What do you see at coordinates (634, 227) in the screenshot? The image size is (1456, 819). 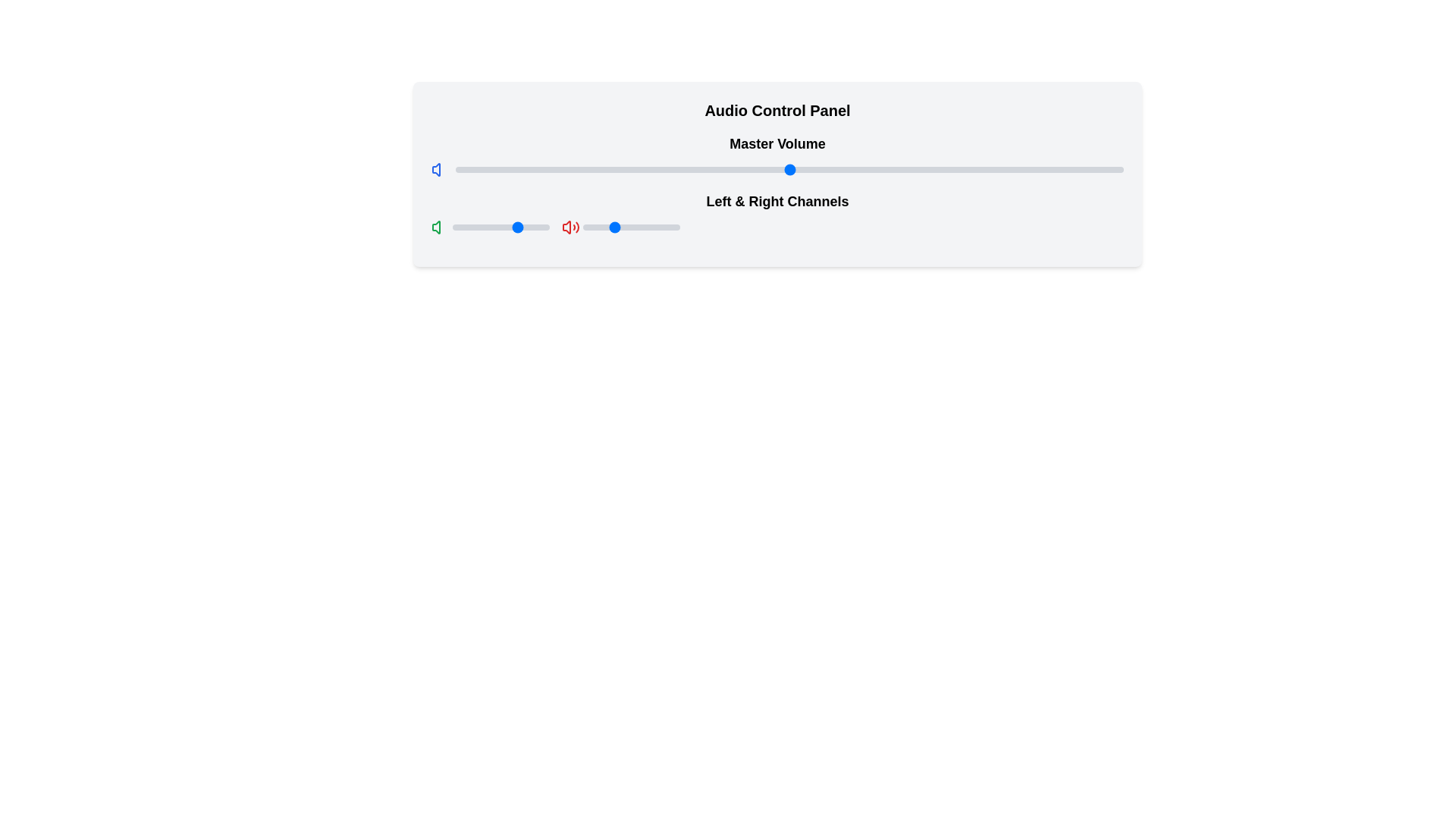 I see `the balance of left and right audio channels` at bounding box center [634, 227].